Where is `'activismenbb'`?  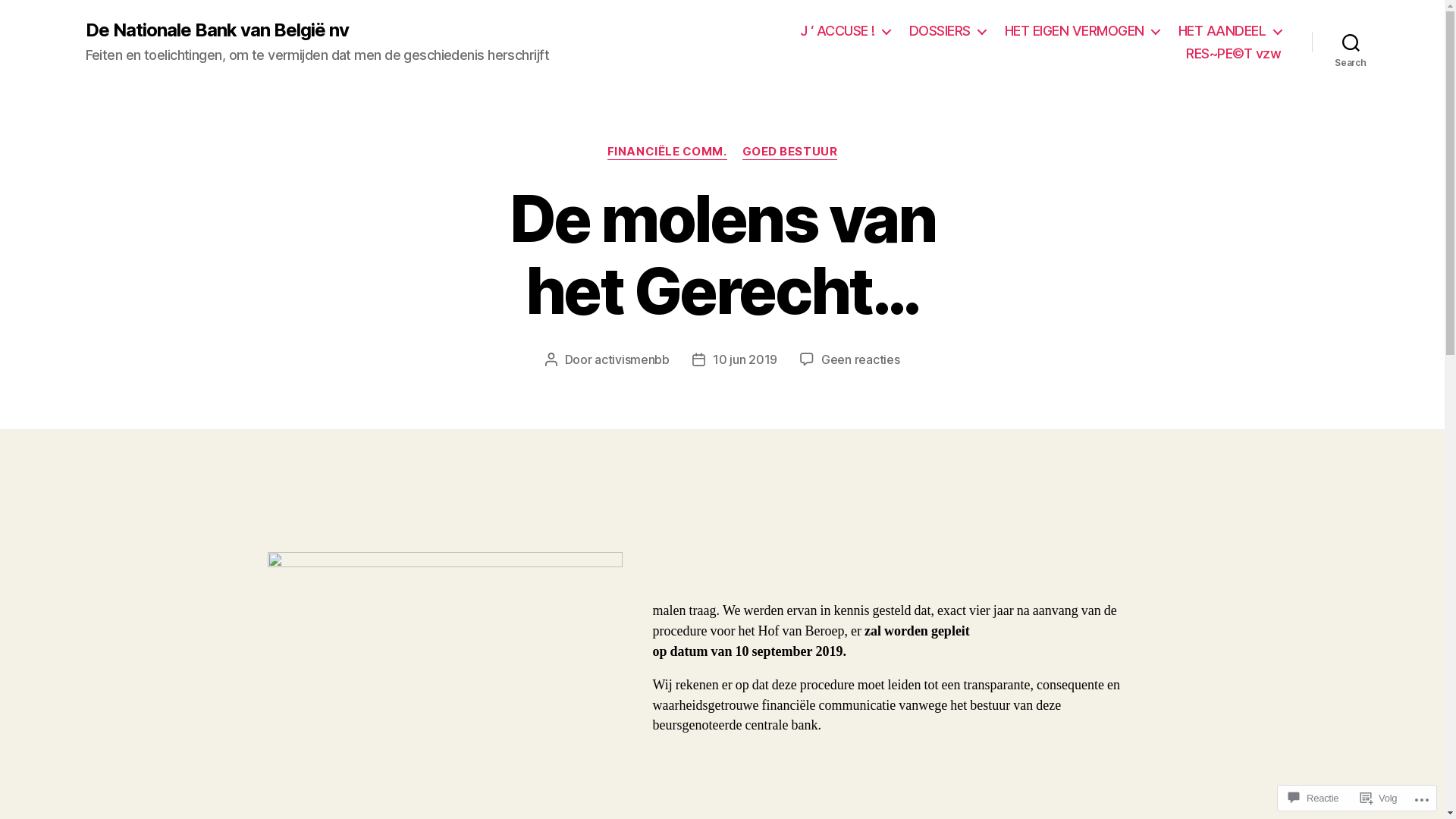 'activismenbb' is located at coordinates (632, 359).